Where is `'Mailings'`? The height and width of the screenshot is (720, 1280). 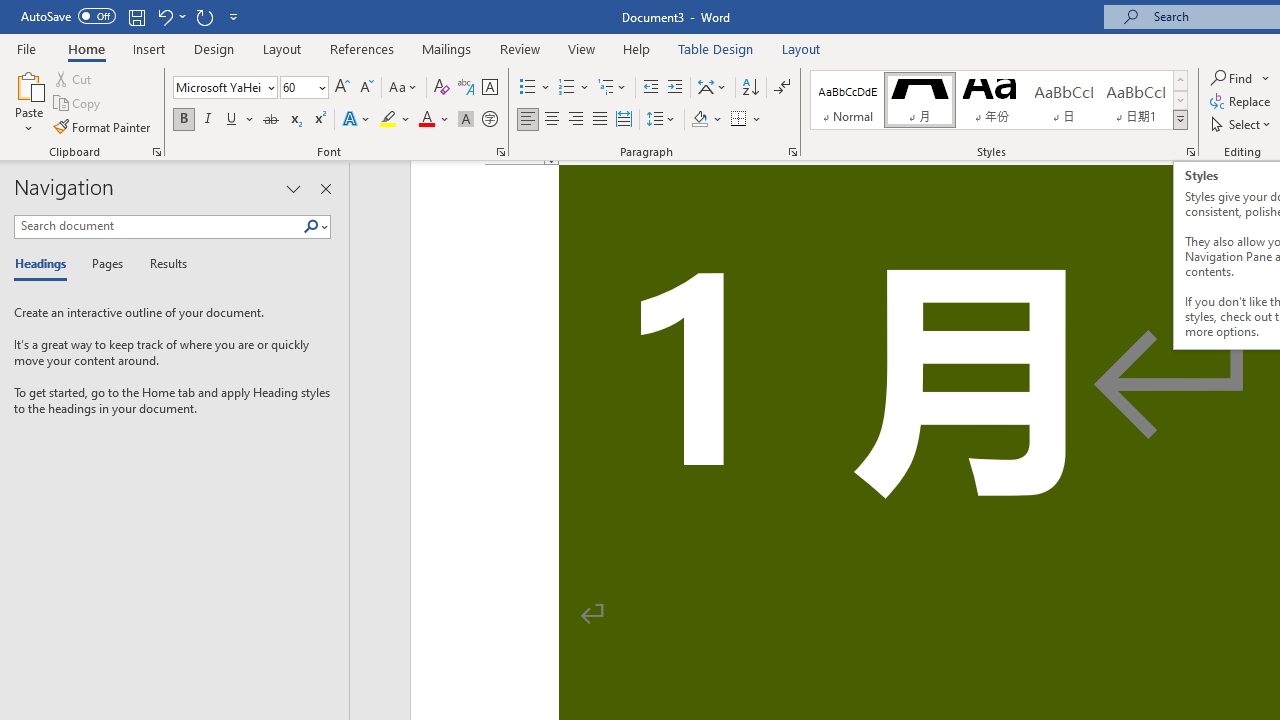 'Mailings' is located at coordinates (446, 48).